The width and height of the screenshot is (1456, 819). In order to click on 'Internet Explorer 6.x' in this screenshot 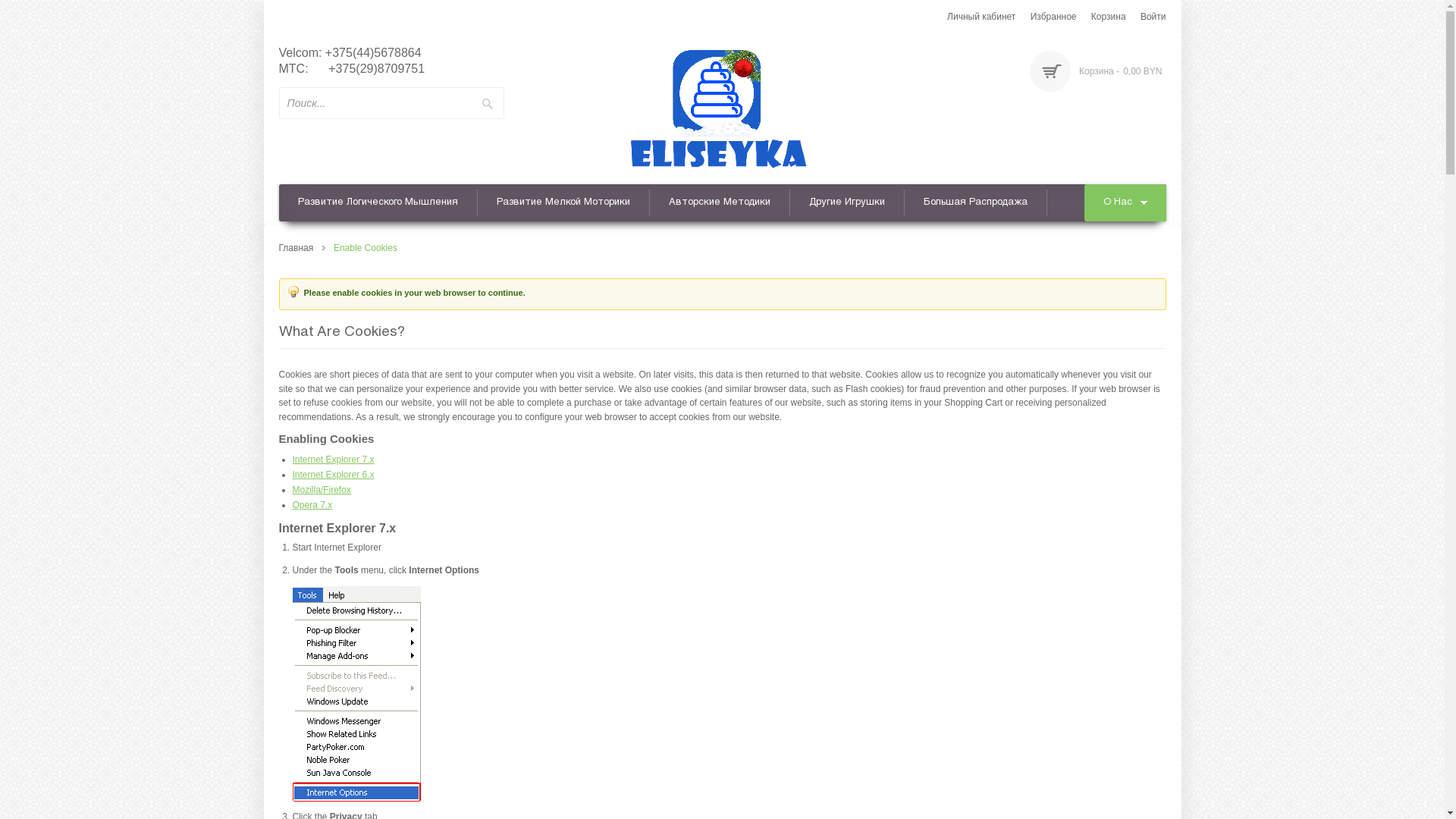, I will do `click(333, 473)`.